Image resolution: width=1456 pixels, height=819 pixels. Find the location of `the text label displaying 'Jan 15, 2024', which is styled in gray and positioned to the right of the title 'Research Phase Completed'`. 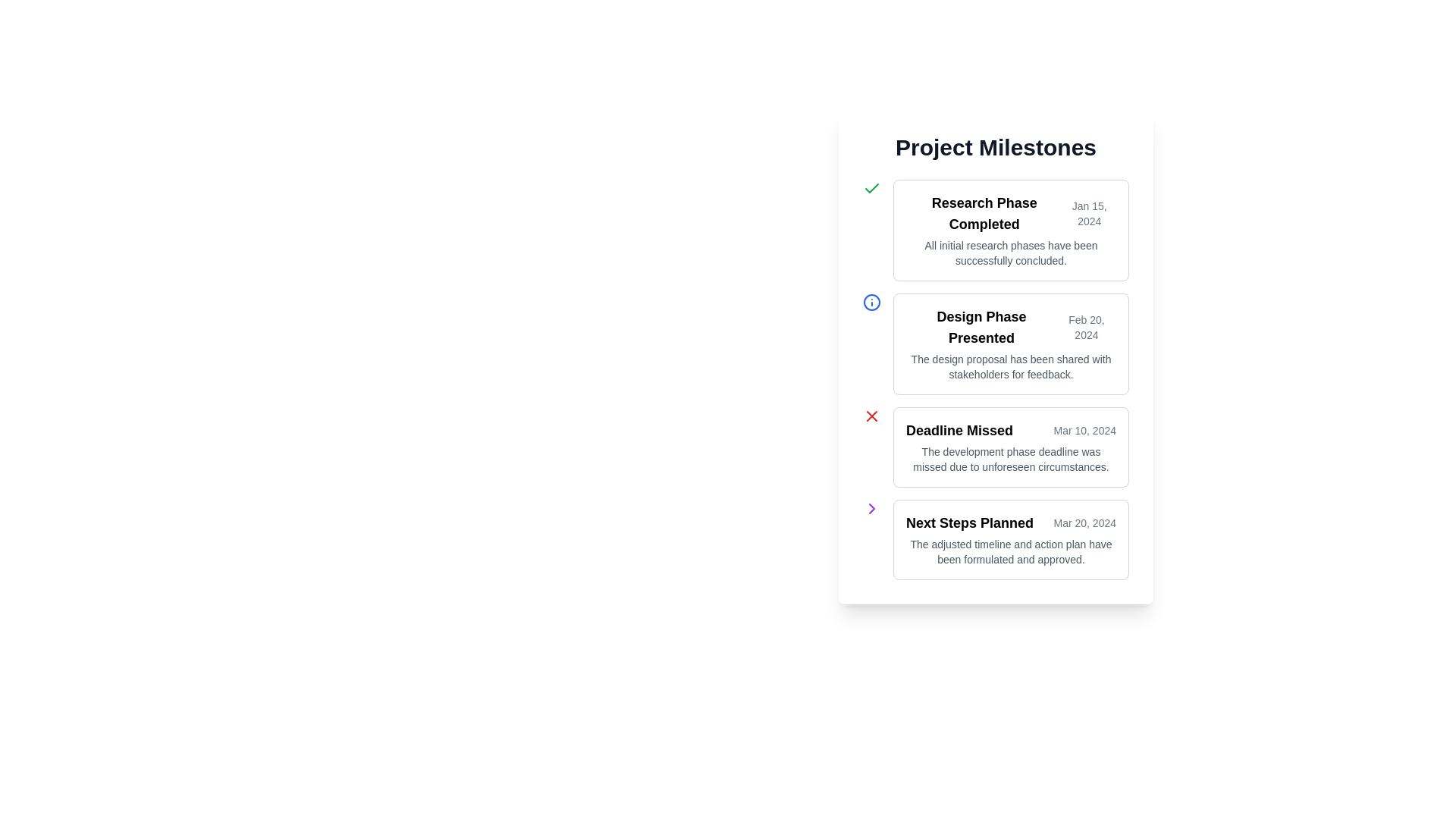

the text label displaying 'Jan 15, 2024', which is styled in gray and positioned to the right of the title 'Research Phase Completed' is located at coordinates (1088, 213).